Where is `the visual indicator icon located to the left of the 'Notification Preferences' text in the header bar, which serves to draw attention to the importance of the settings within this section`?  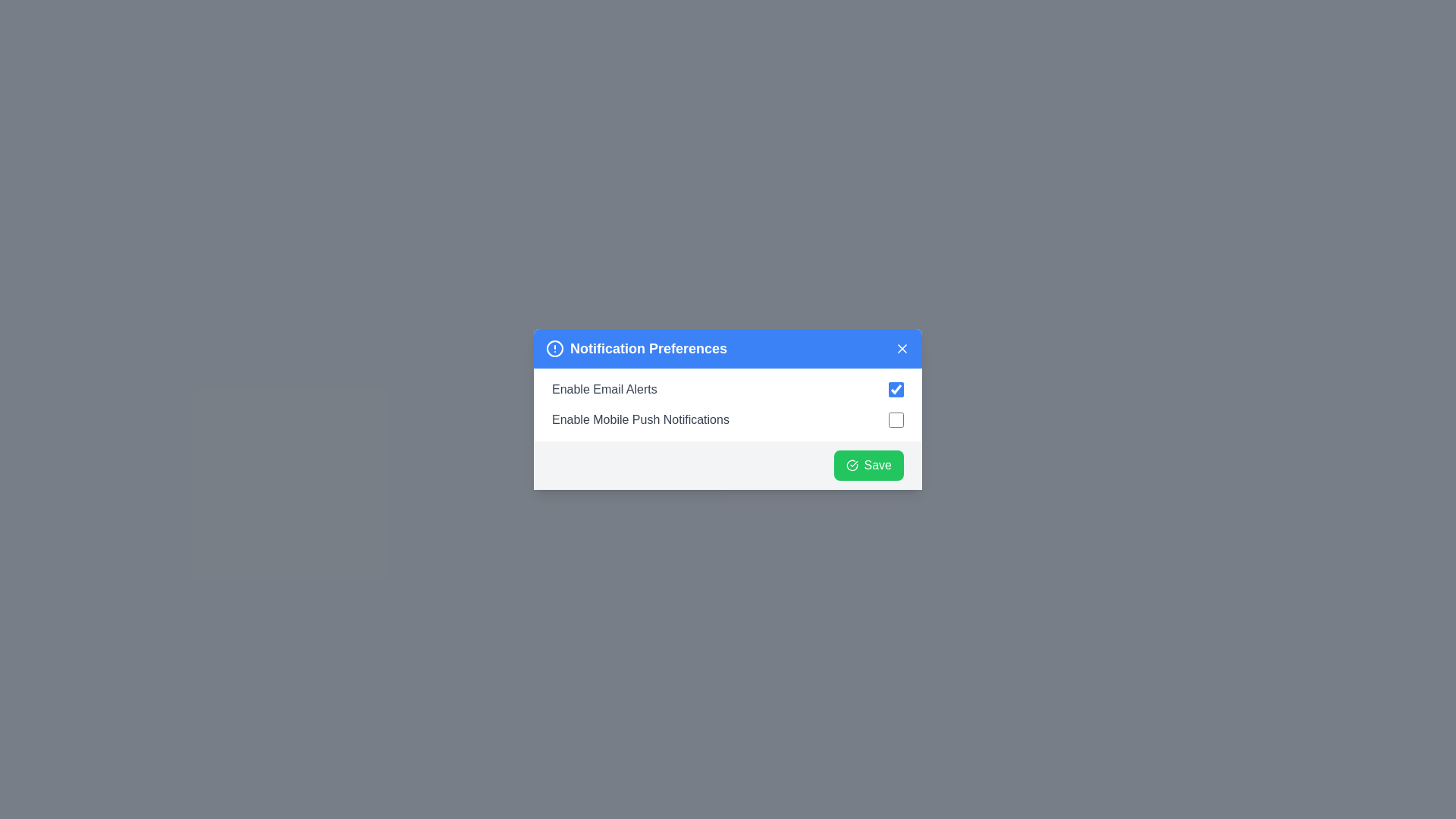 the visual indicator icon located to the left of the 'Notification Preferences' text in the header bar, which serves to draw attention to the importance of the settings within this section is located at coordinates (554, 348).